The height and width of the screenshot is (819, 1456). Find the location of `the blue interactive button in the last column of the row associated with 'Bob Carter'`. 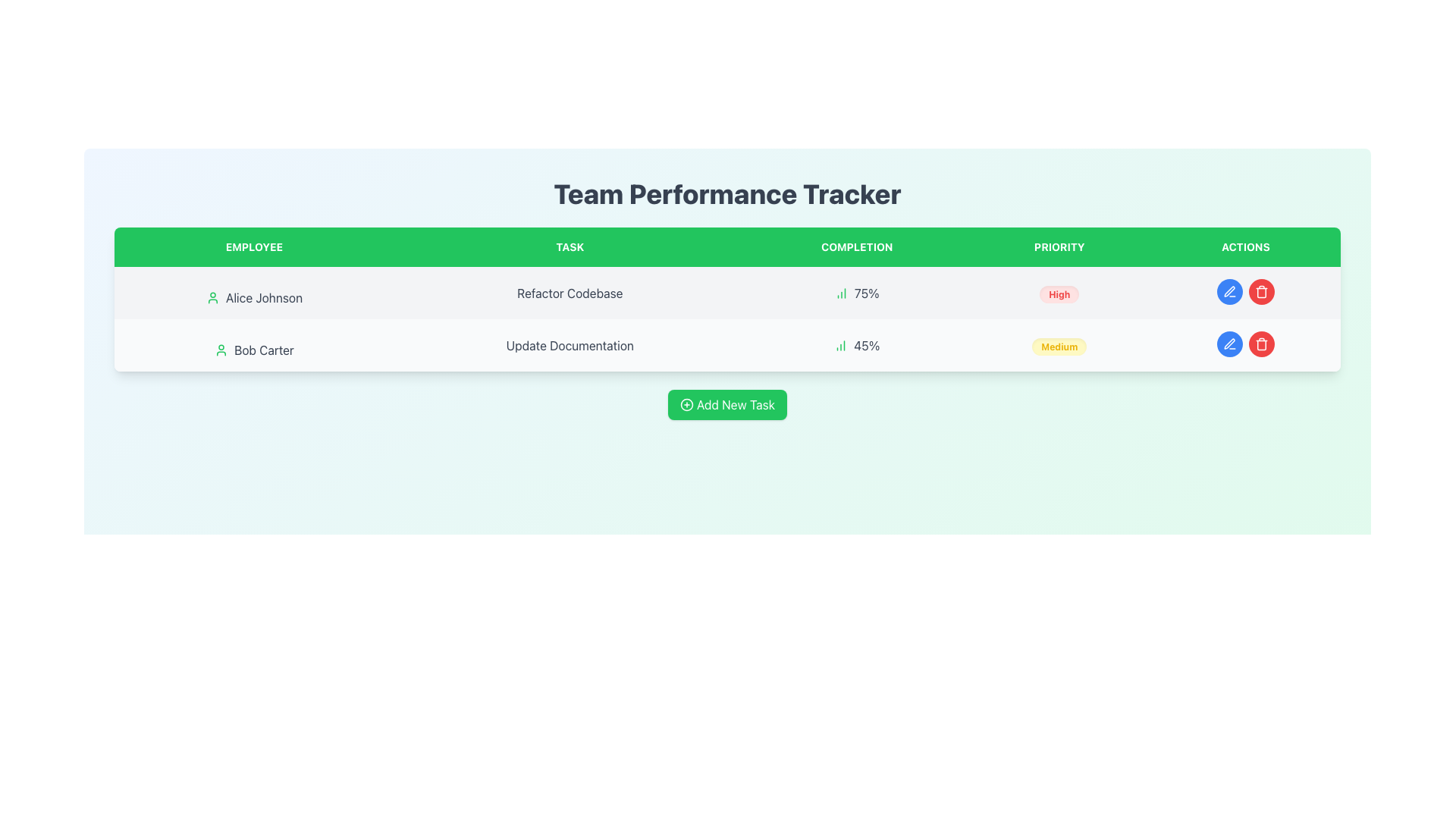

the blue interactive button in the last column of the row associated with 'Bob Carter' is located at coordinates (1245, 344).